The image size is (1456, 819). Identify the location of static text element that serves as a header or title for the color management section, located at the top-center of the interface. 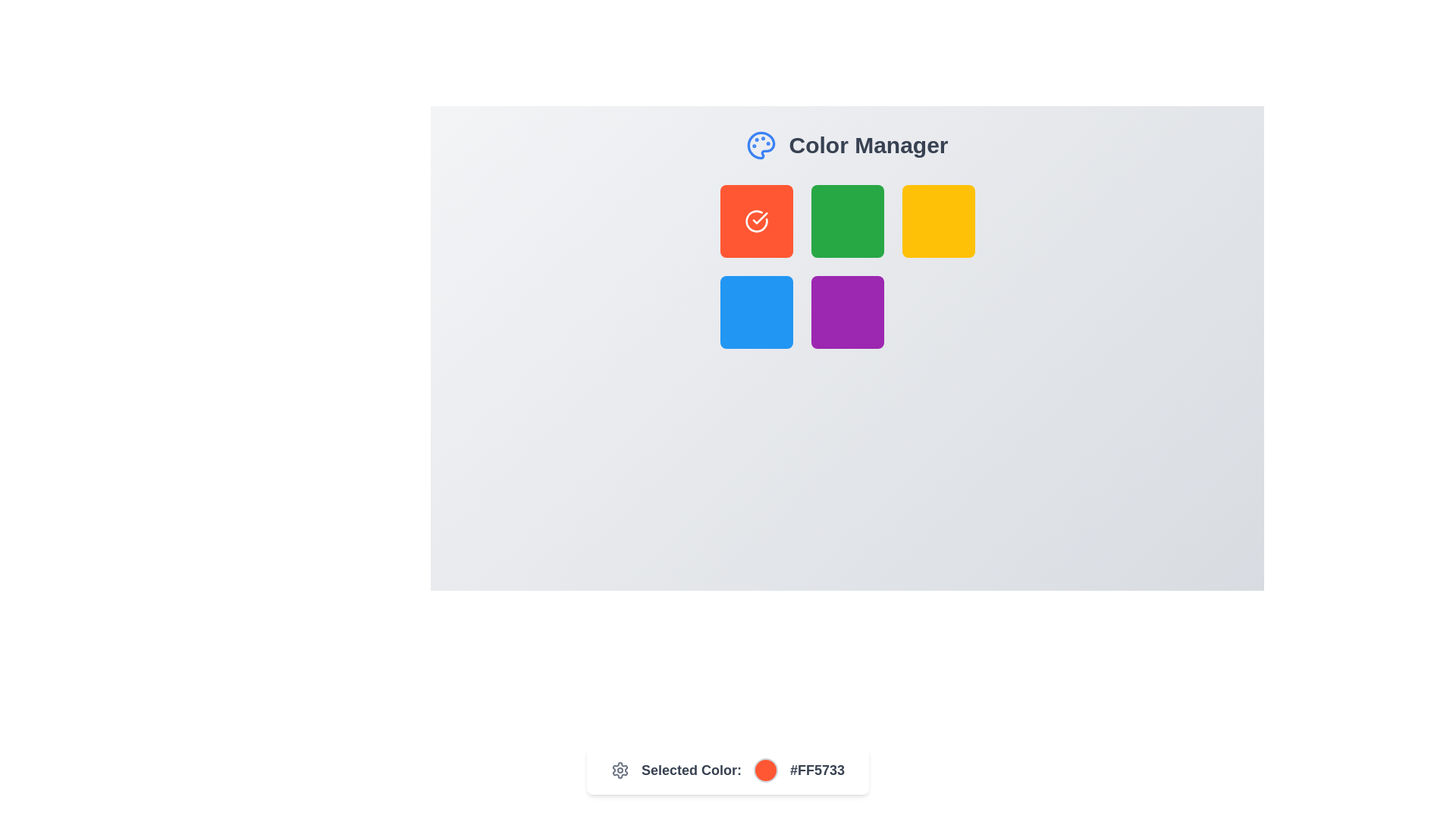
(846, 146).